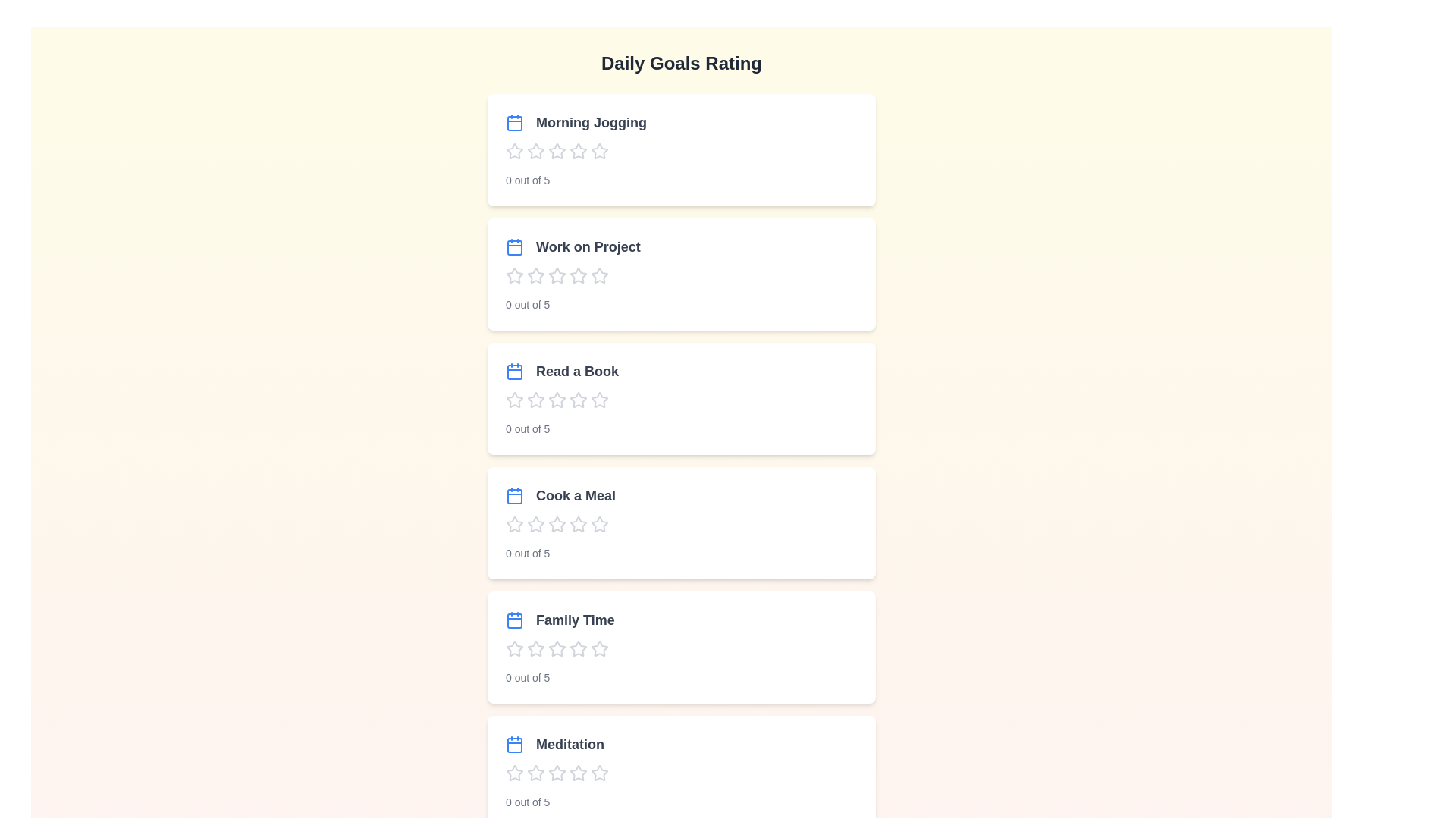 Image resolution: width=1456 pixels, height=819 pixels. I want to click on the goal title corresponding to Work on Project, so click(572, 246).